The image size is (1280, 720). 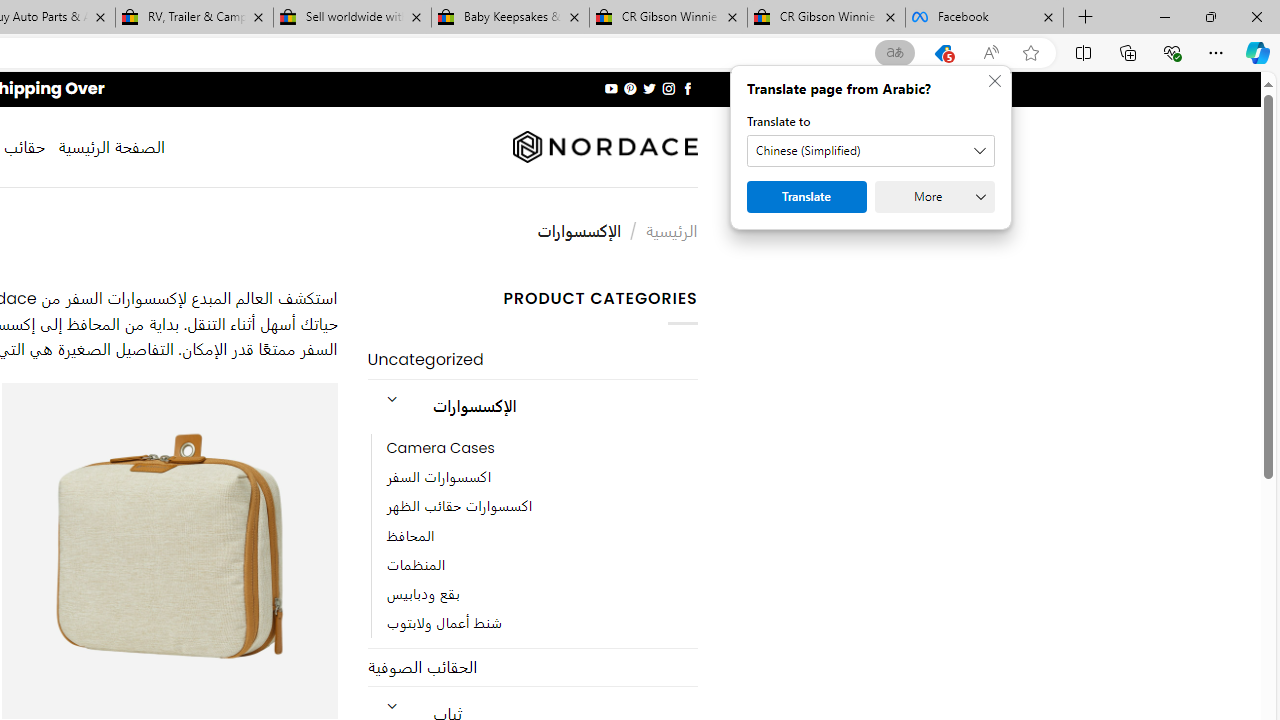 What do you see at coordinates (194, 17) in the screenshot?
I see `'RV, Trailer & Camper Steps & Ladders for sale | eBay'` at bounding box center [194, 17].